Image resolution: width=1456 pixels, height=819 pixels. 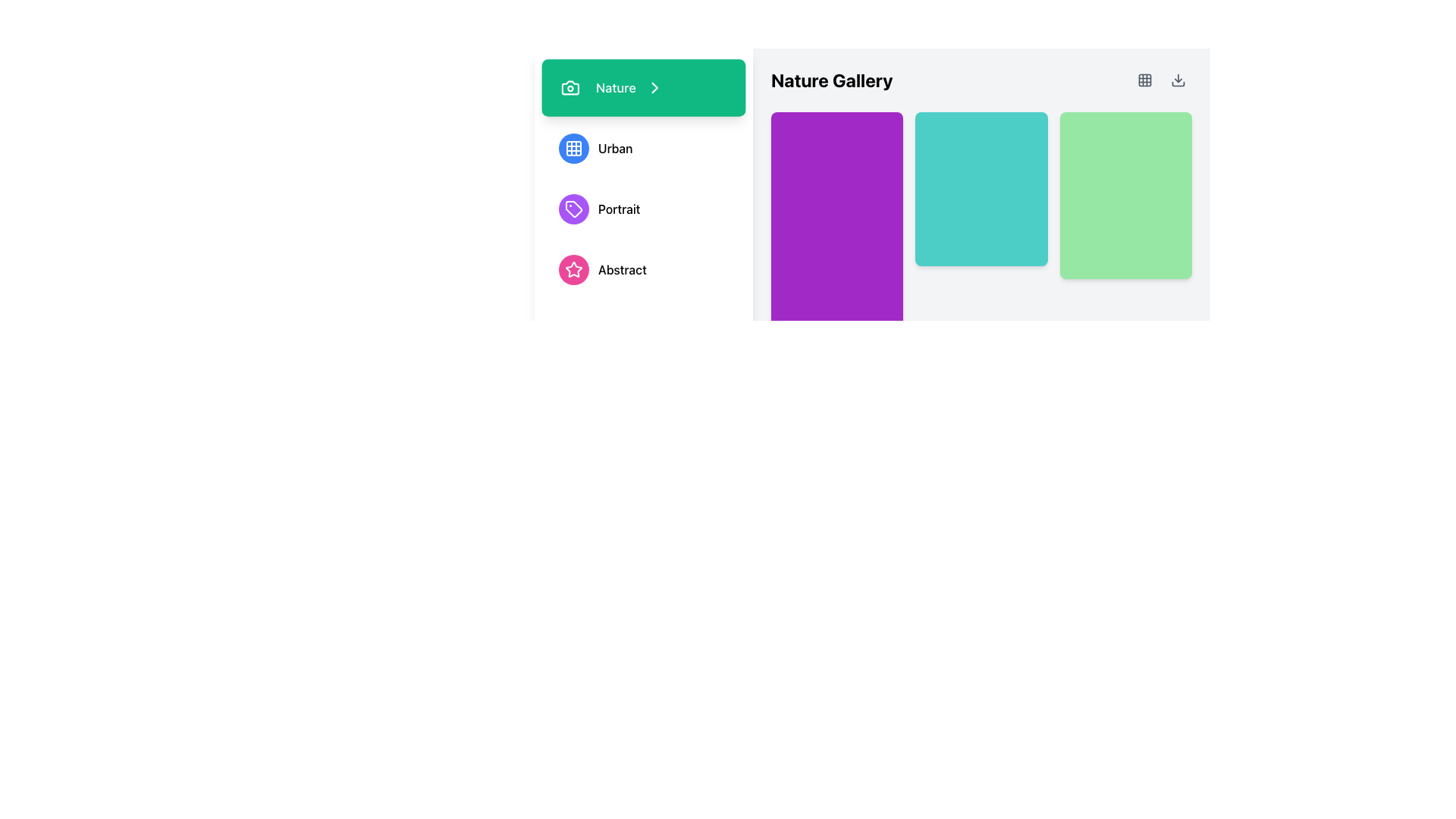 What do you see at coordinates (1145, 80) in the screenshot?
I see `the toggle button located in the top-right corner of the interface` at bounding box center [1145, 80].